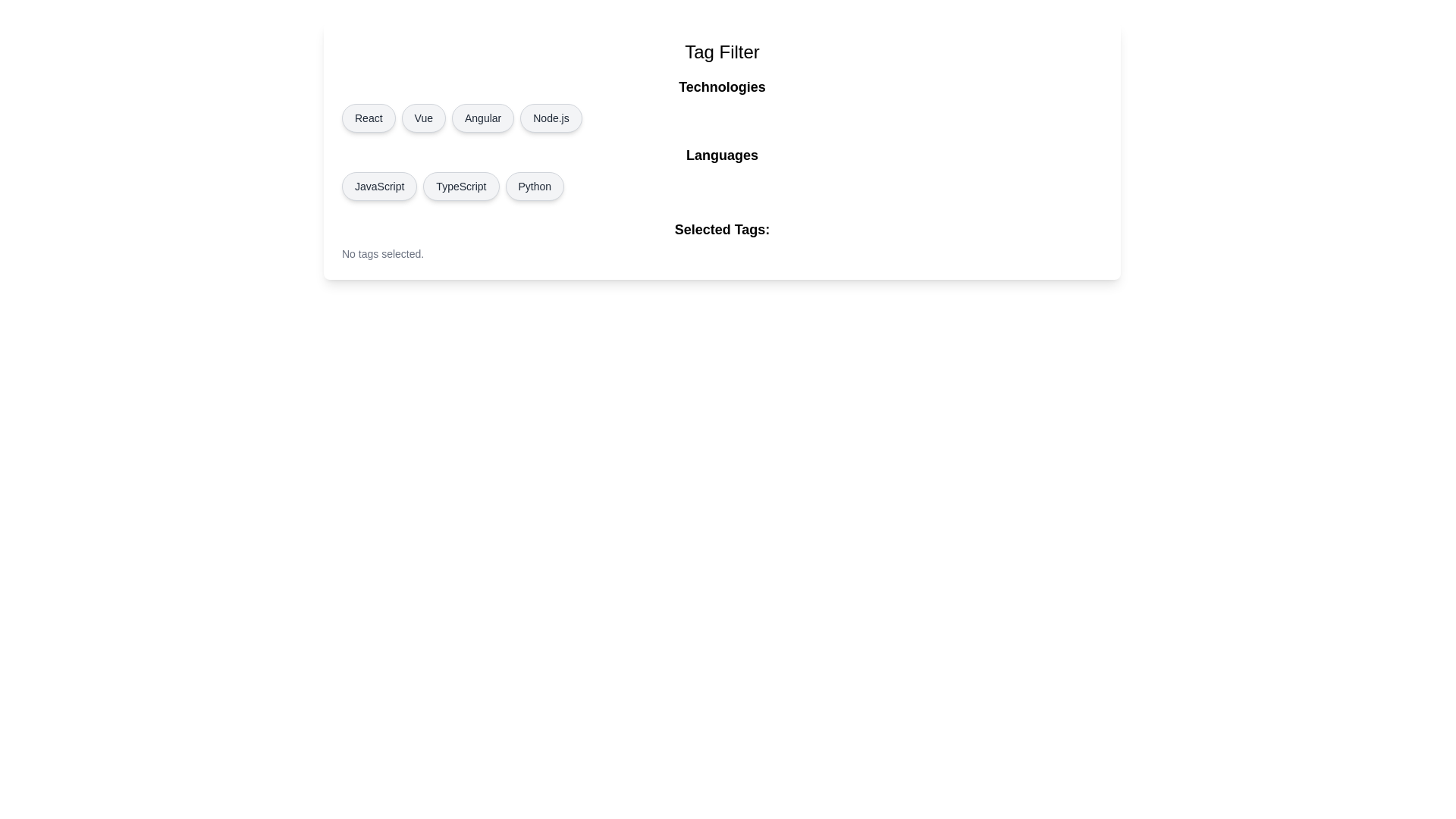 The height and width of the screenshot is (819, 1456). I want to click on the 'Languages' section title text label, which is positioned below the 'Technologies' title and above the tags for 'JavaScript', 'TypeScript', and 'Python', so click(721, 155).